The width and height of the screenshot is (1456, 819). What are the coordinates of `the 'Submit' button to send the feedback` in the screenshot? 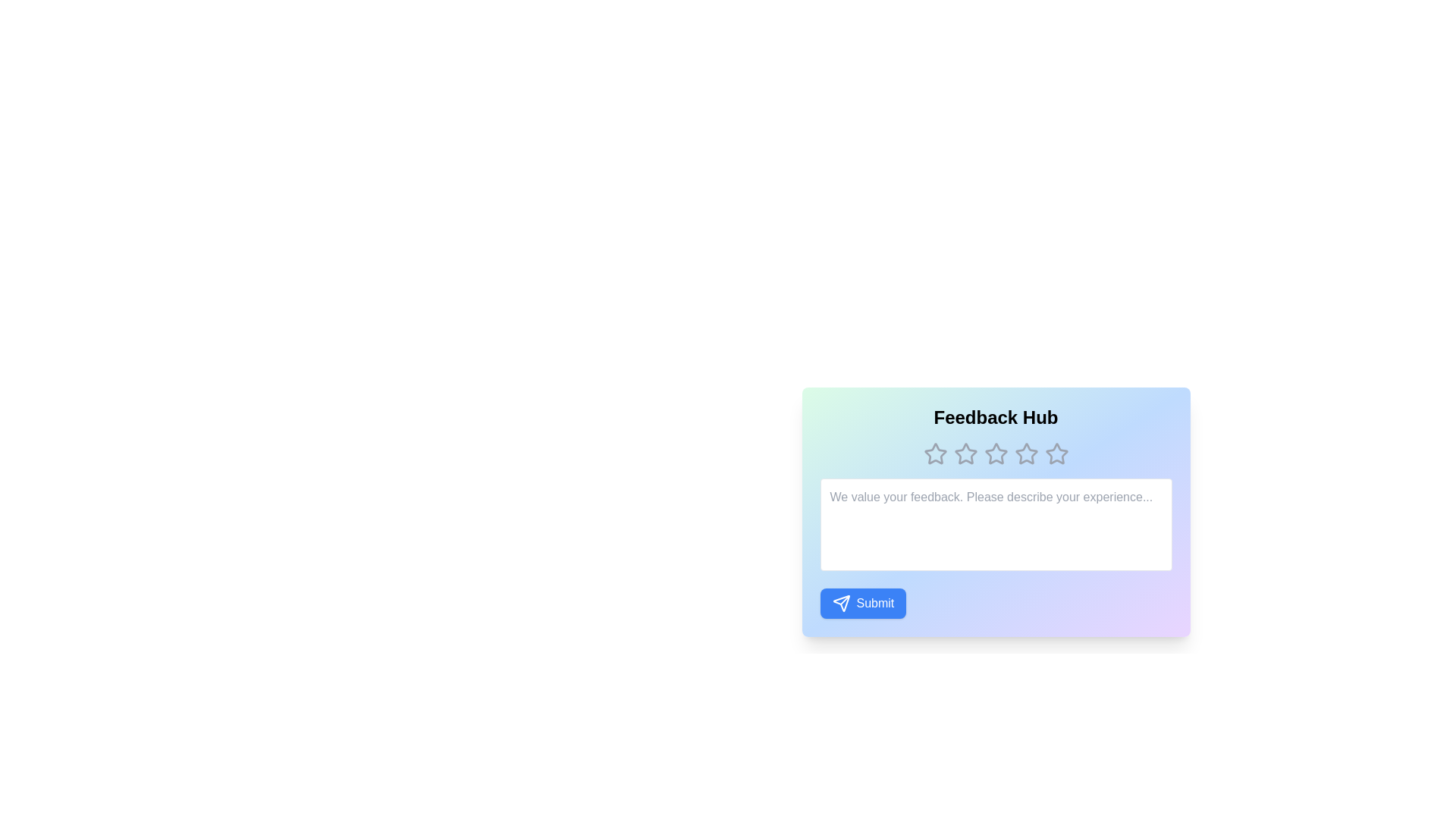 It's located at (863, 602).